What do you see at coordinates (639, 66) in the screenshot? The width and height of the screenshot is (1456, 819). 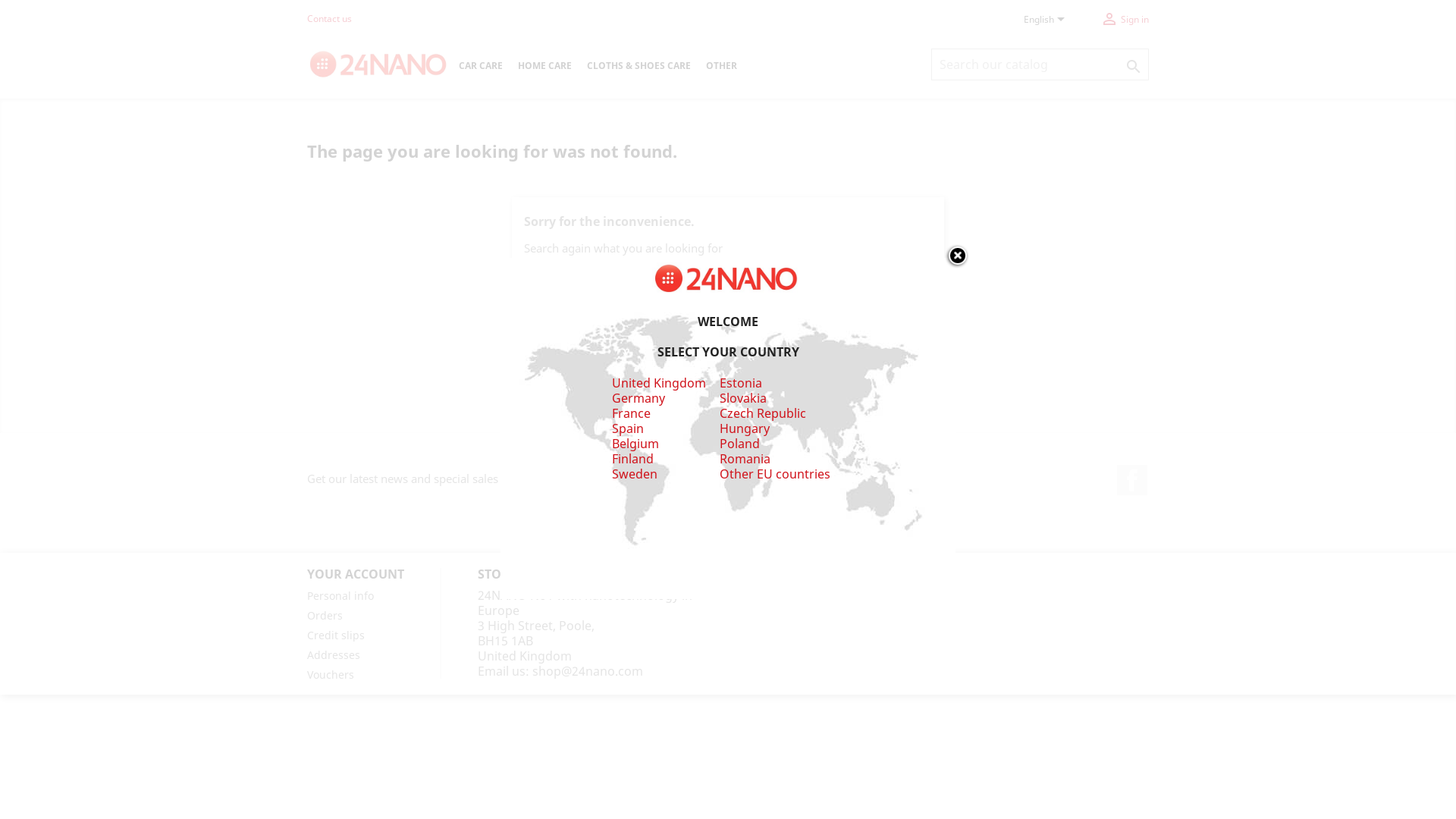 I see `'CLOTHS & SHOES CARE'` at bounding box center [639, 66].